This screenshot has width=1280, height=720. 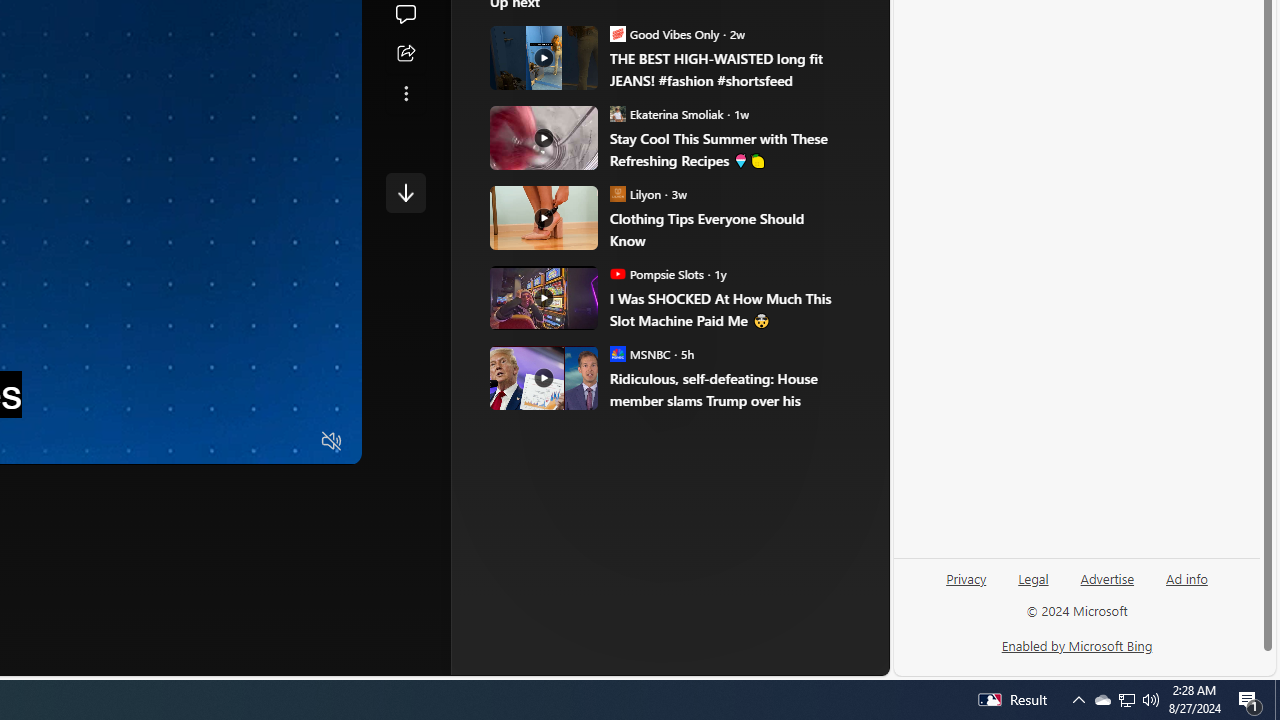 I want to click on 'Good Vibes Only', so click(x=617, y=33).